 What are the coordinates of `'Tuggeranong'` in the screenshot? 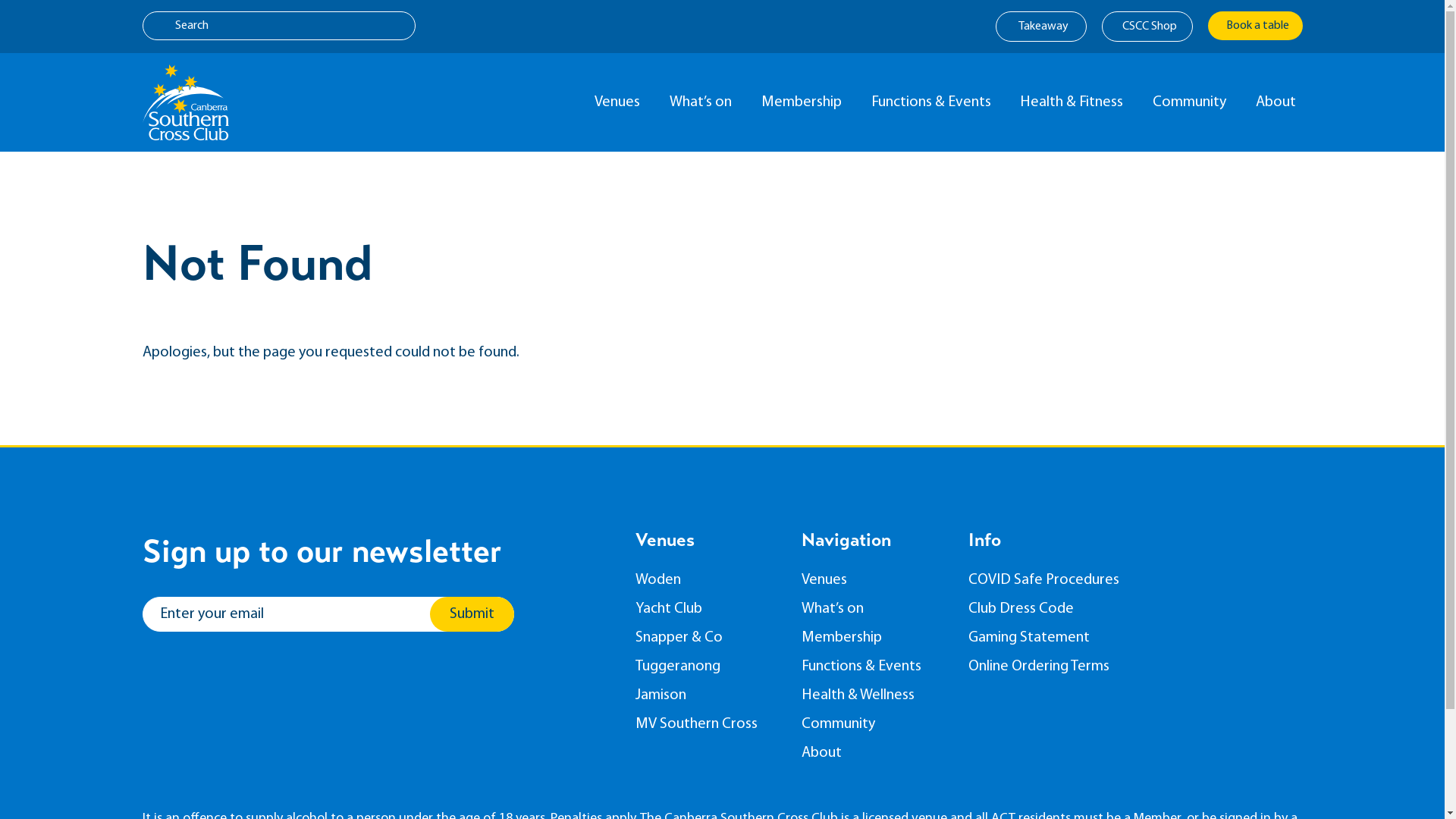 It's located at (706, 666).